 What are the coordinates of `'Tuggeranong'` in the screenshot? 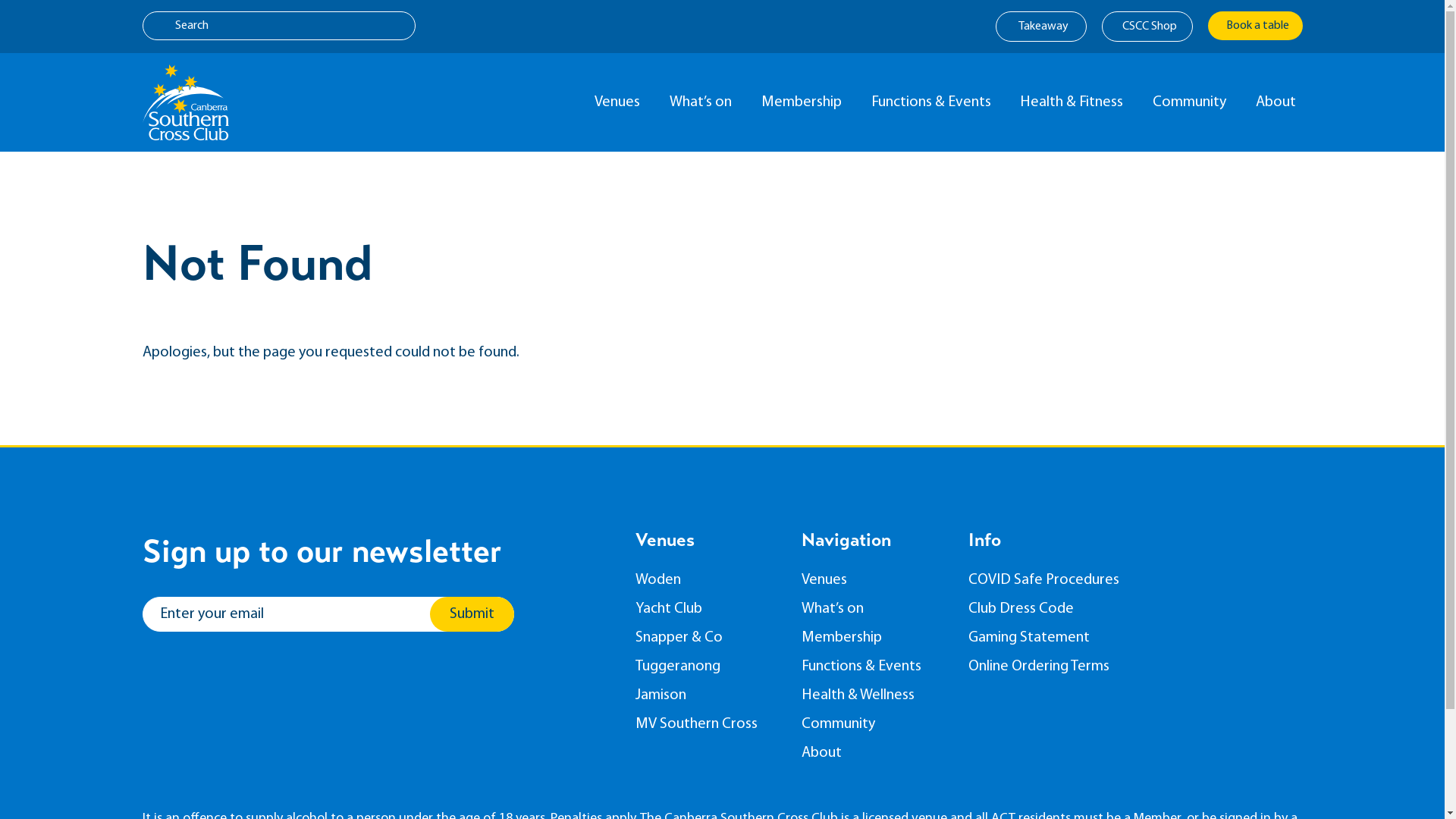 It's located at (706, 666).